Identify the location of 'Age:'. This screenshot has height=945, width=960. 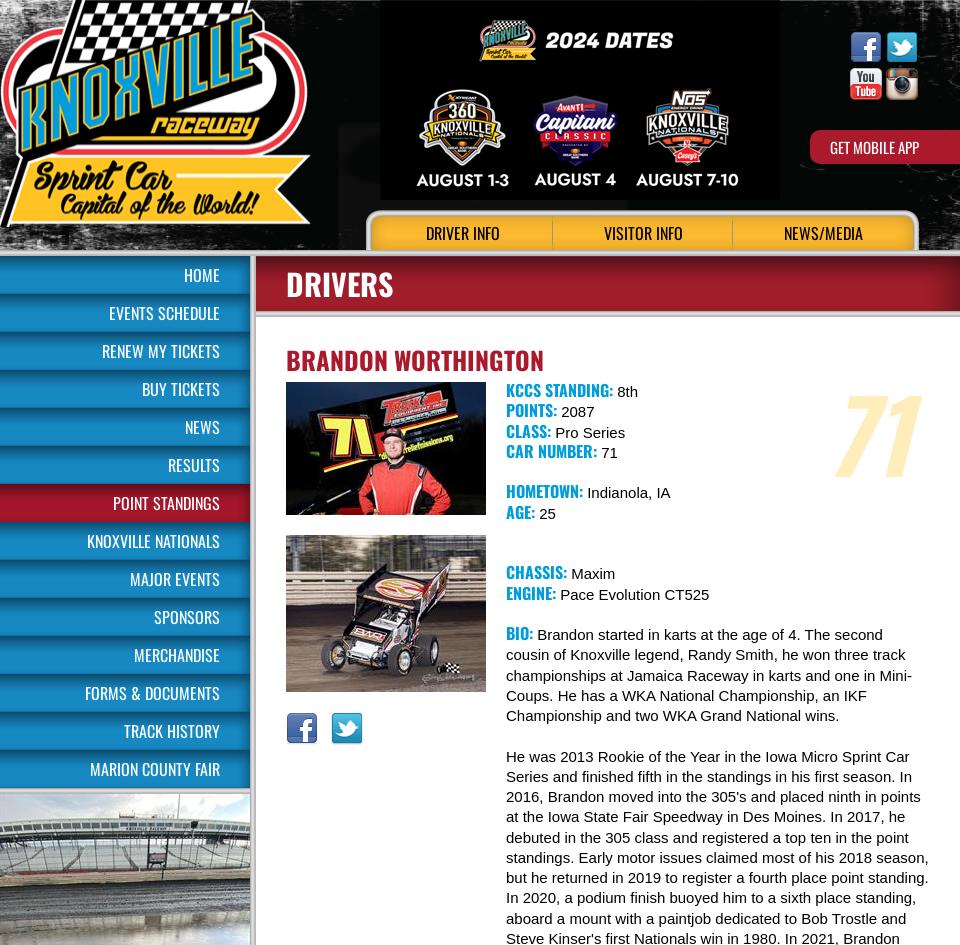
(519, 509).